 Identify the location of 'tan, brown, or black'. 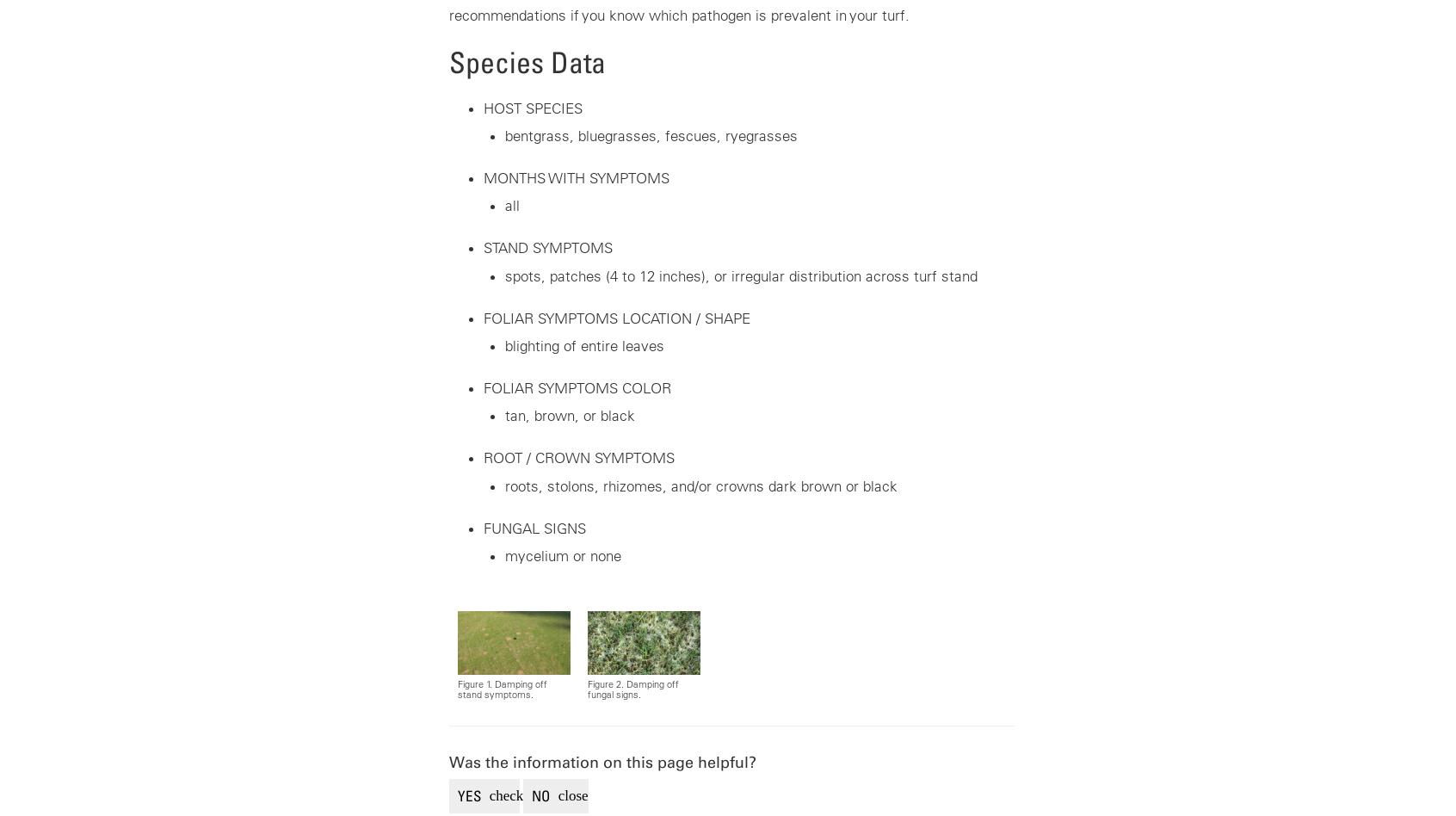
(569, 416).